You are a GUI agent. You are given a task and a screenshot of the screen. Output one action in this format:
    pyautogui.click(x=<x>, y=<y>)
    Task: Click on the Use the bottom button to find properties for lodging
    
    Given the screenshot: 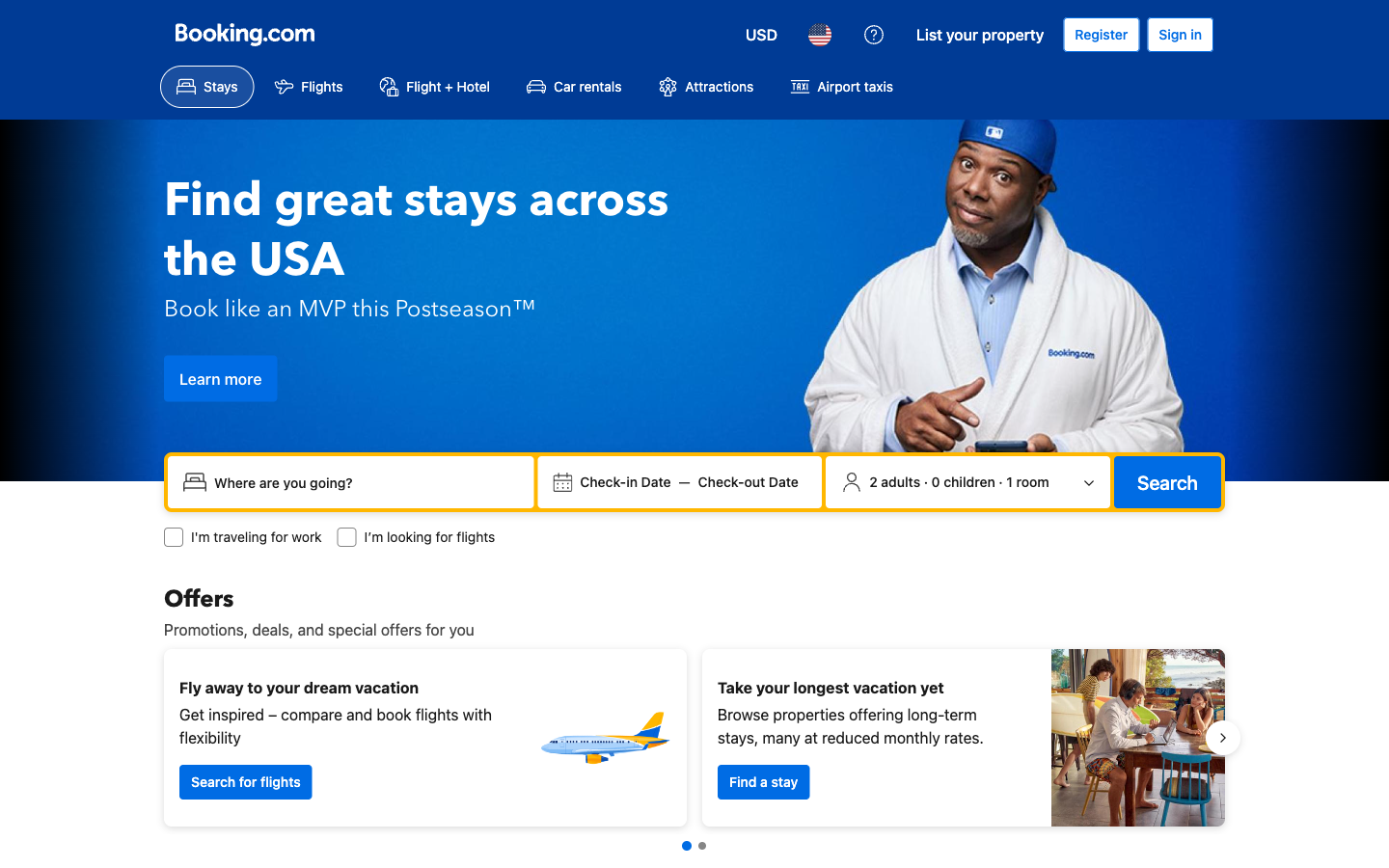 What is the action you would take?
    pyautogui.click(x=763, y=781)
    